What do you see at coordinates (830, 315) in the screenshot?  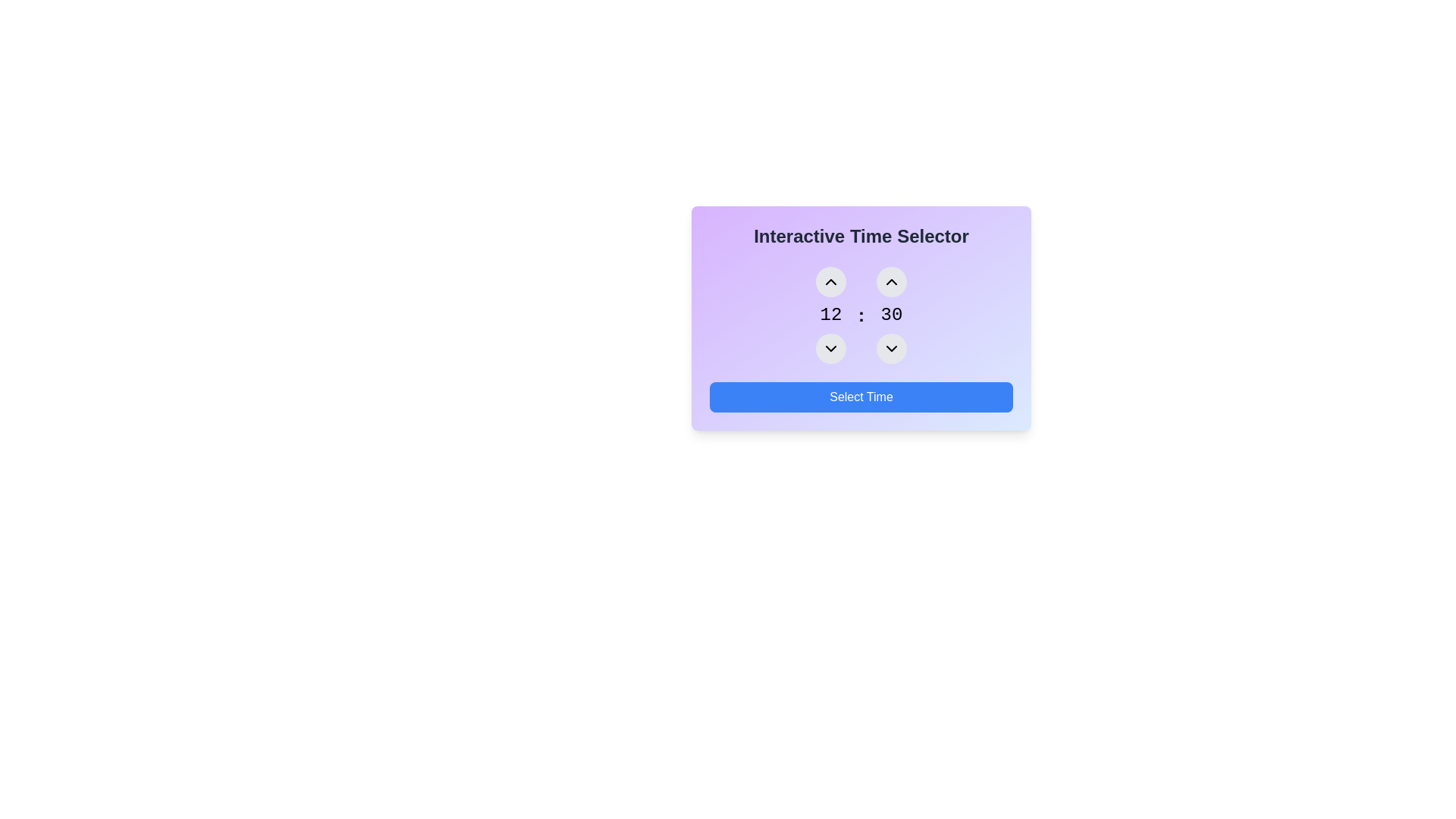 I see `the numeric label displaying the value '12', which is styled in a large, monospaced font and positioned centrally between two circular buttons in a time selector component` at bounding box center [830, 315].